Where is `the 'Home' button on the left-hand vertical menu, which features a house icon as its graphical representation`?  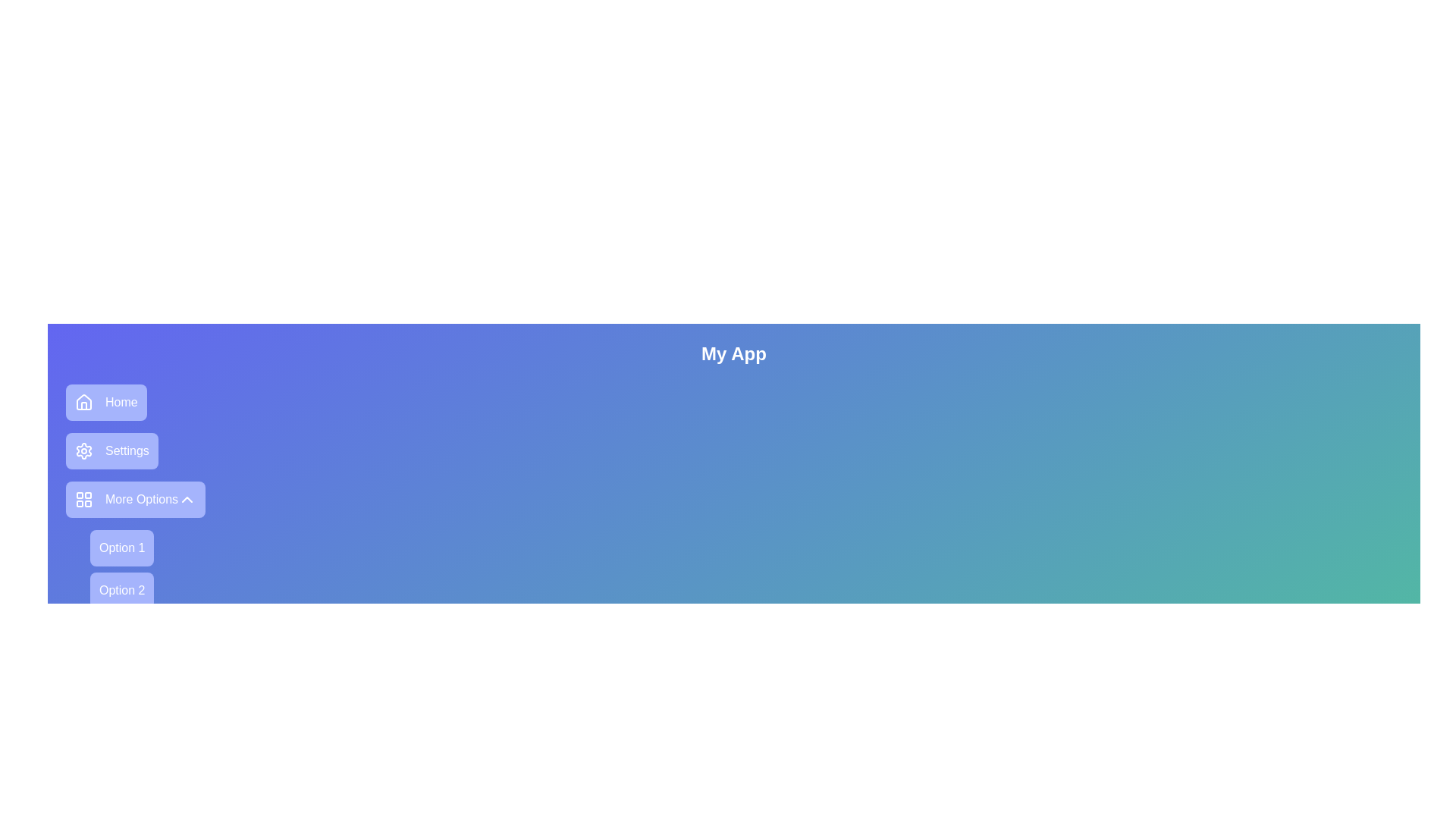 the 'Home' button on the left-hand vertical menu, which features a house icon as its graphical representation is located at coordinates (83, 400).